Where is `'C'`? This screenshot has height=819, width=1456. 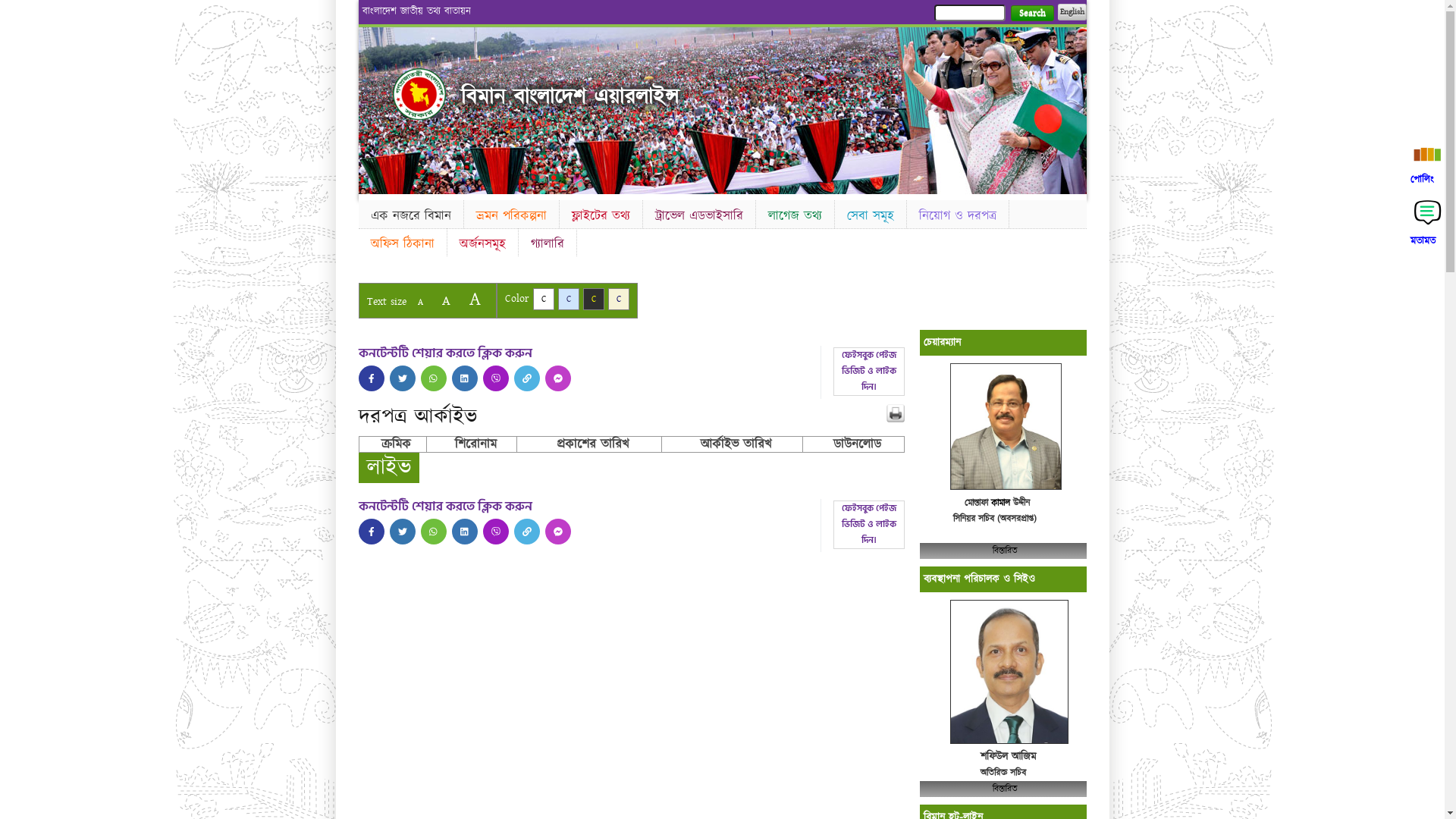 'C' is located at coordinates (532, 299).